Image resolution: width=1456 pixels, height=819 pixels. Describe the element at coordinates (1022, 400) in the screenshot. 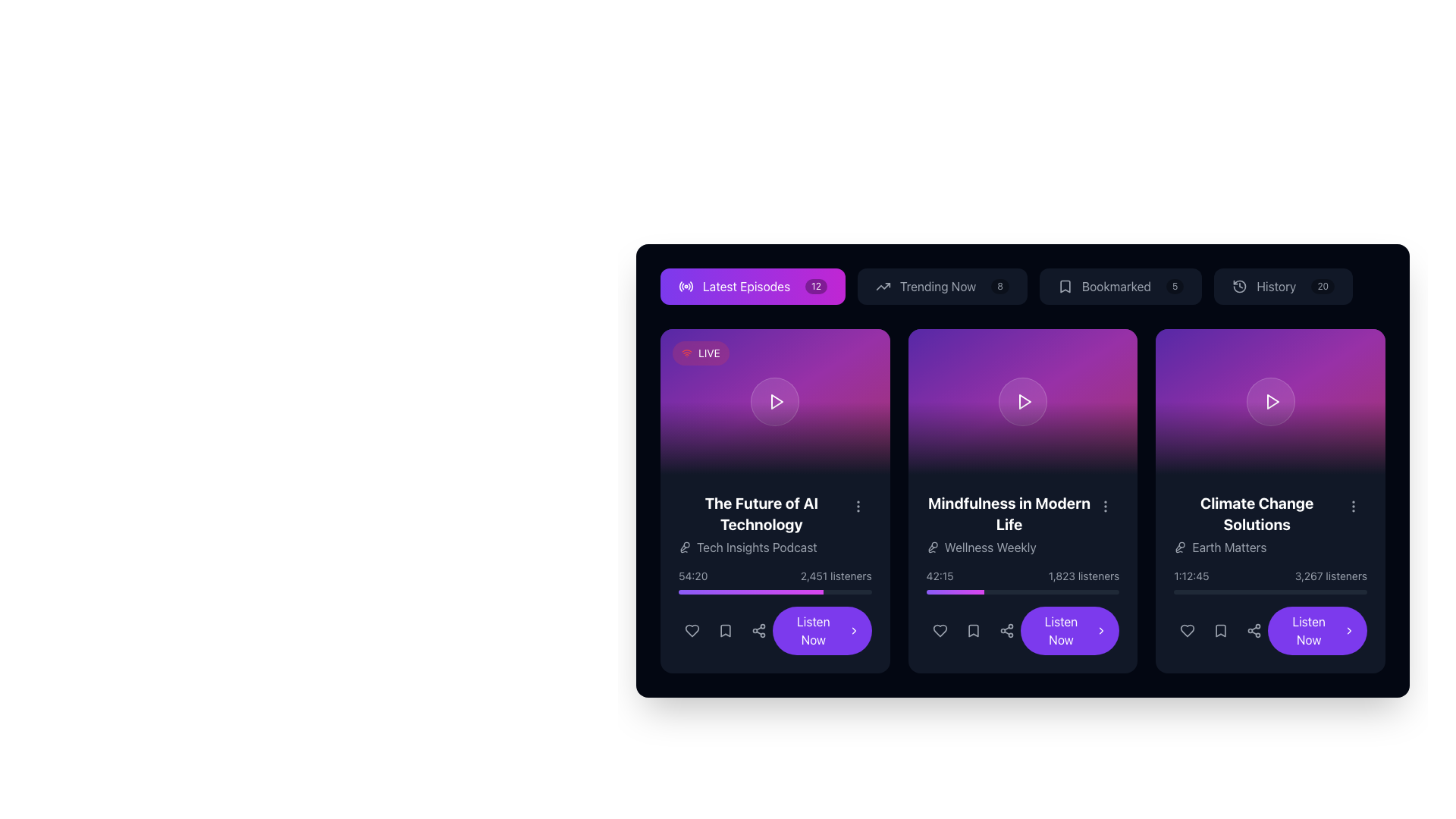

I see `the Play Button, which is a rounded rectangle with a gradient background and a circular play icon, located below the 'Latest Episodes' heading in the 'Mindfulness in Modern Life' card` at that location.